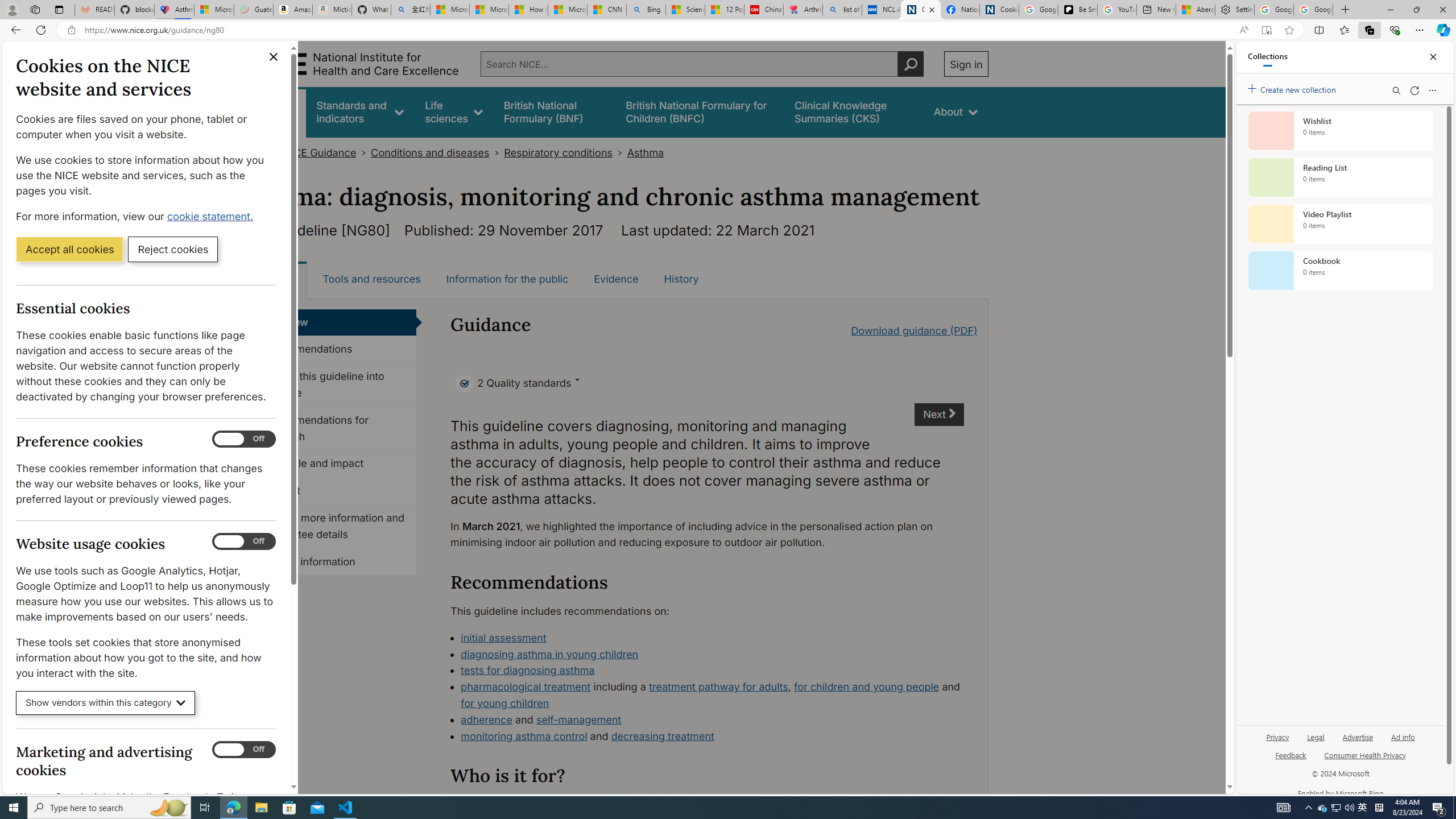 This screenshot has width=1456, height=819. Describe the element at coordinates (913, 330) in the screenshot. I see `'Download guidance (PDF)'` at that location.